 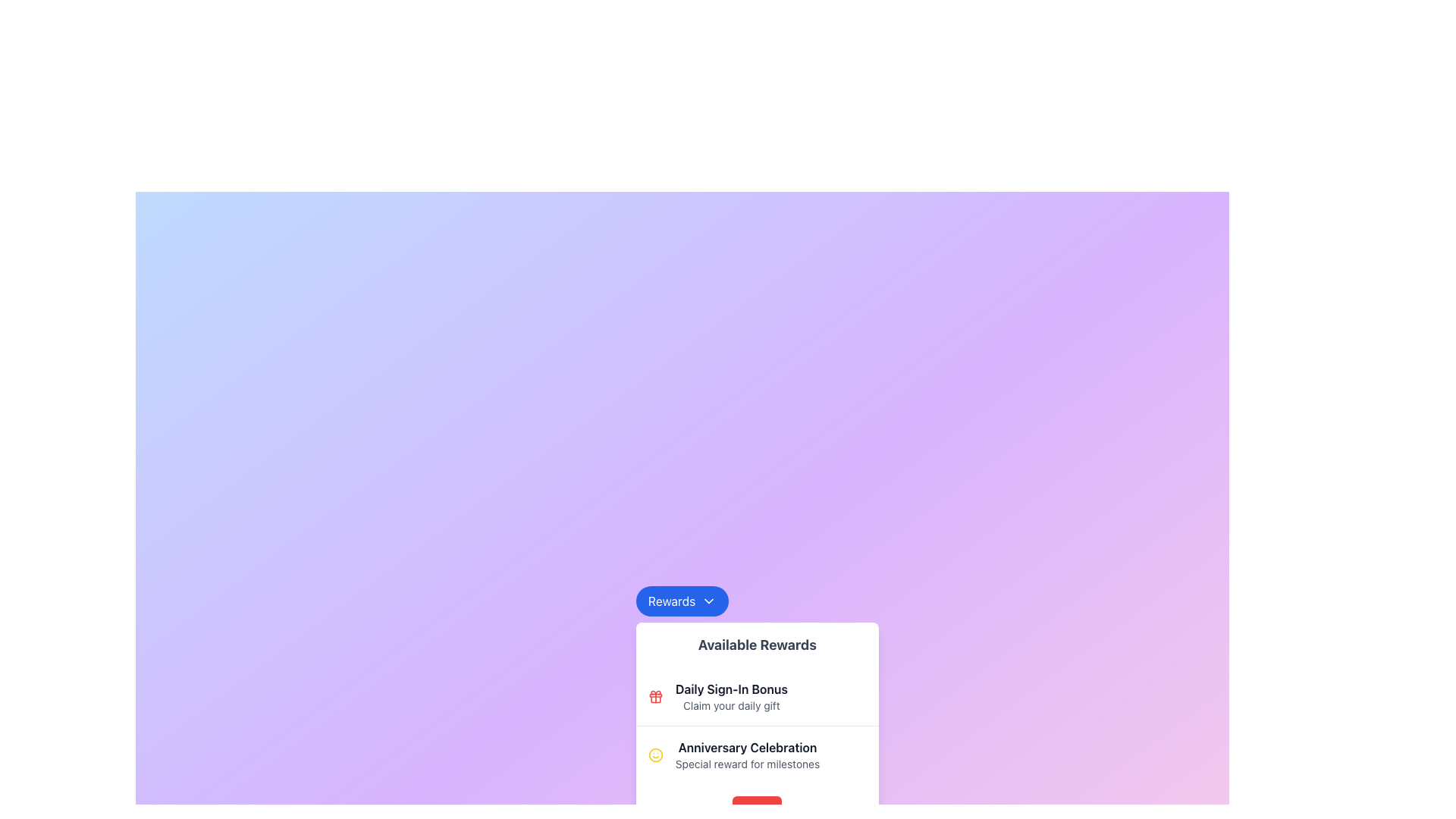 What do you see at coordinates (757, 696) in the screenshot?
I see `the Informational Section displaying 'Daily Sign-In Bonus' with the gift box icon` at bounding box center [757, 696].